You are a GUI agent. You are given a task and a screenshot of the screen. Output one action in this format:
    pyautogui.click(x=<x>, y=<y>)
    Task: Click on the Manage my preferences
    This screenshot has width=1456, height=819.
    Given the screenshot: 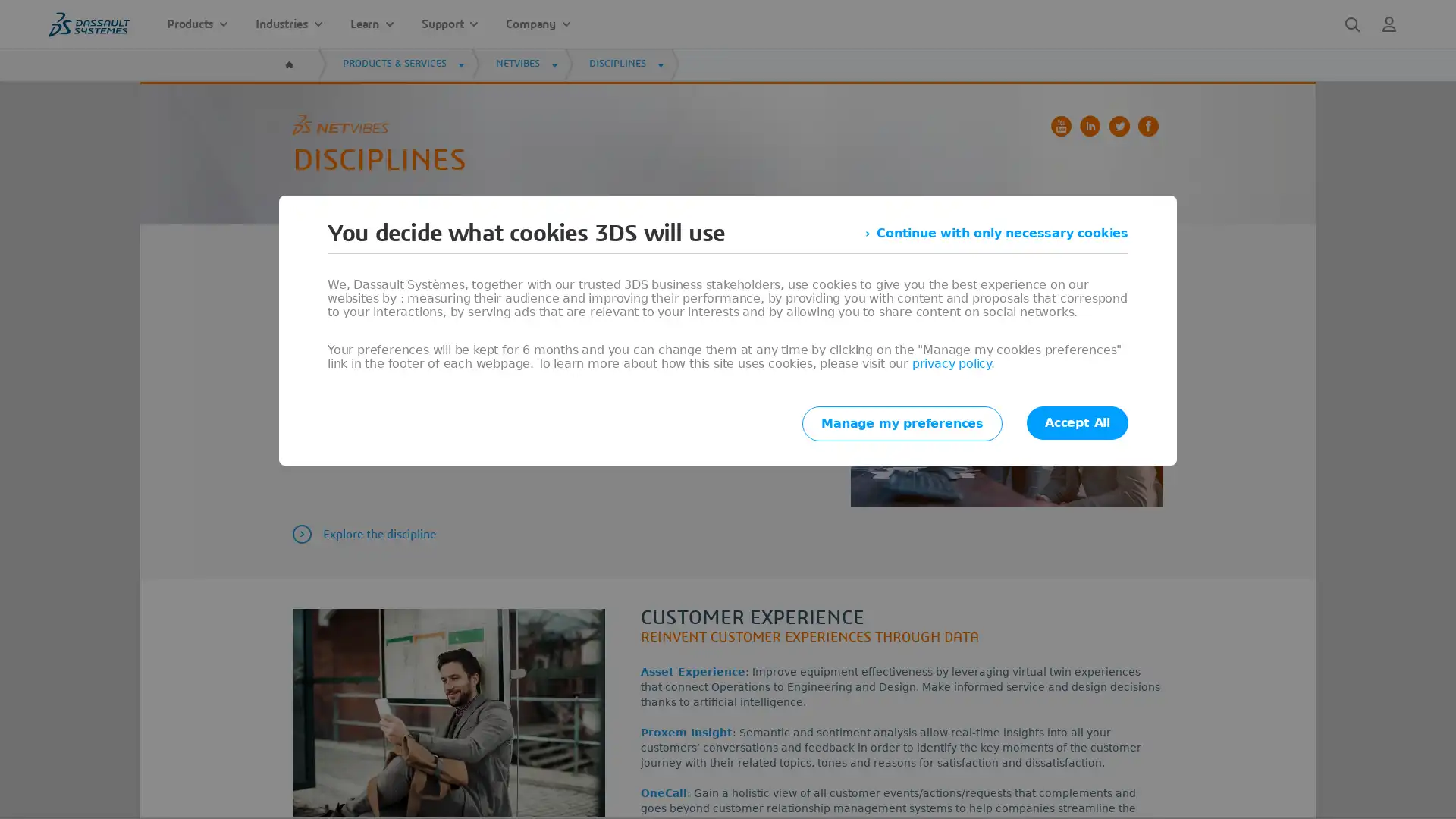 What is the action you would take?
    pyautogui.click(x=902, y=424)
    